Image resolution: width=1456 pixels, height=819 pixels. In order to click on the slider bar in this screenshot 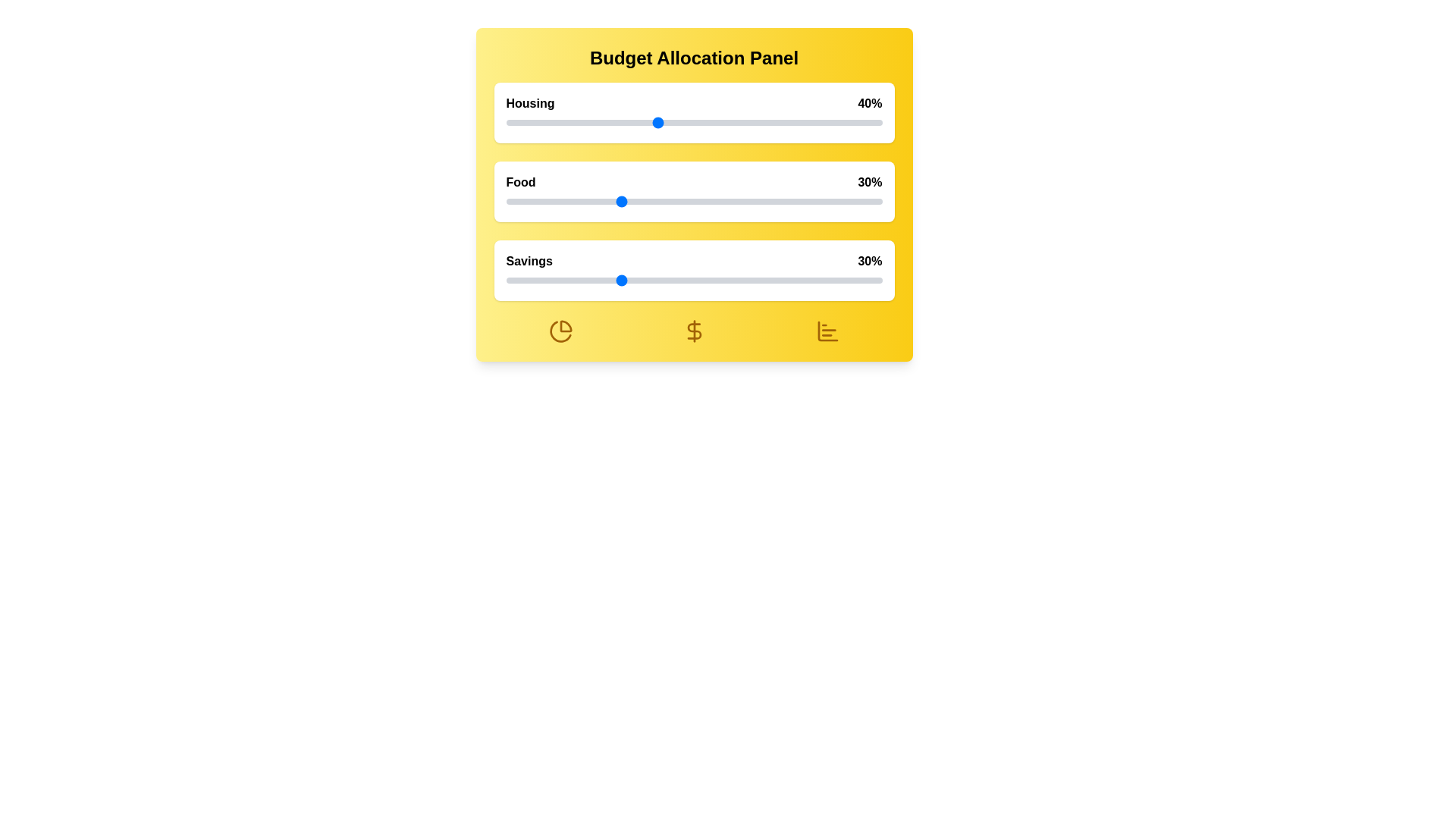, I will do `click(693, 281)`.